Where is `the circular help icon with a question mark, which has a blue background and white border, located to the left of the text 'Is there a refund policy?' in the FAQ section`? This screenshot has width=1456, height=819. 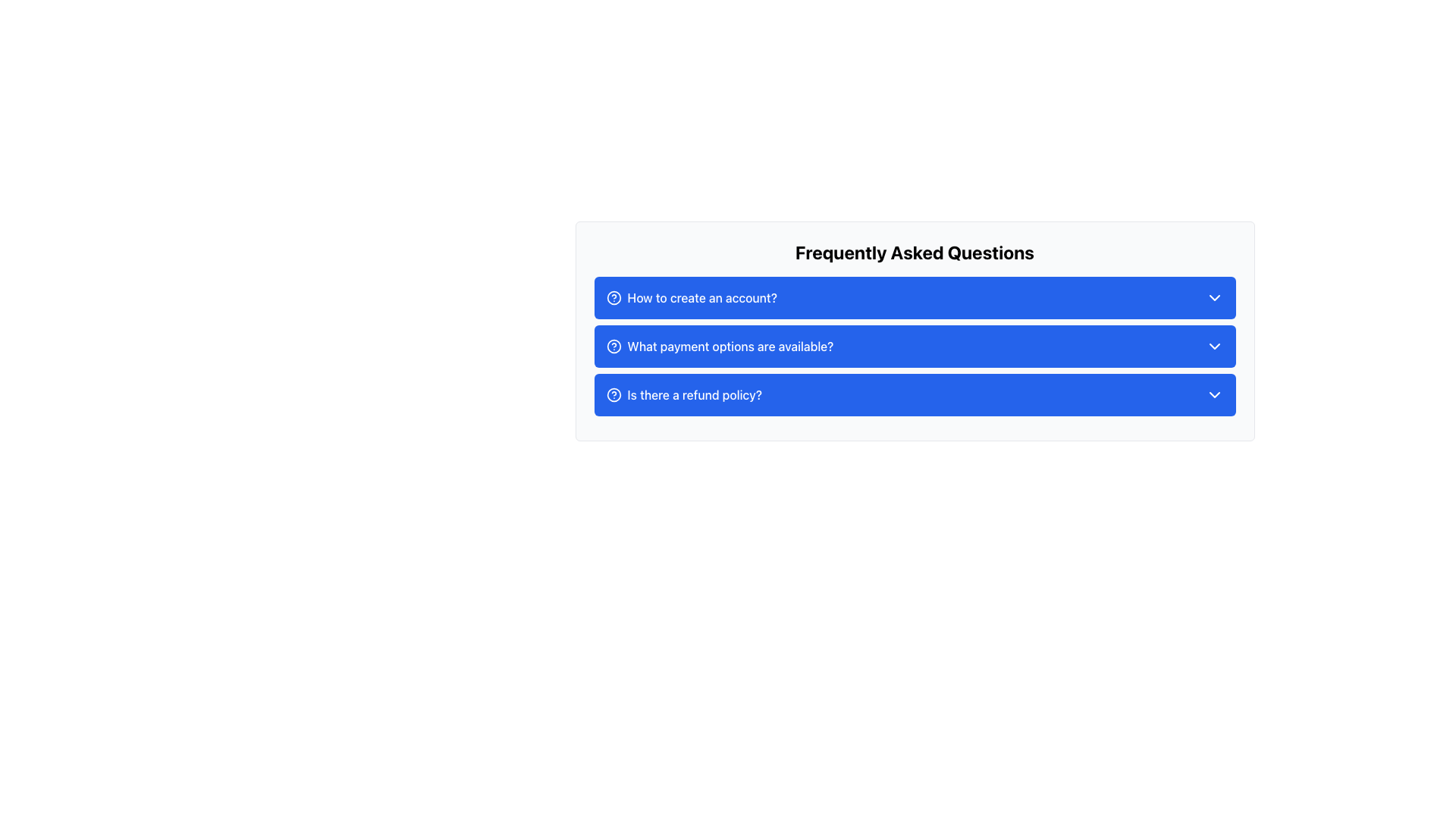 the circular help icon with a question mark, which has a blue background and white border, located to the left of the text 'Is there a refund policy?' in the FAQ section is located at coordinates (613, 394).